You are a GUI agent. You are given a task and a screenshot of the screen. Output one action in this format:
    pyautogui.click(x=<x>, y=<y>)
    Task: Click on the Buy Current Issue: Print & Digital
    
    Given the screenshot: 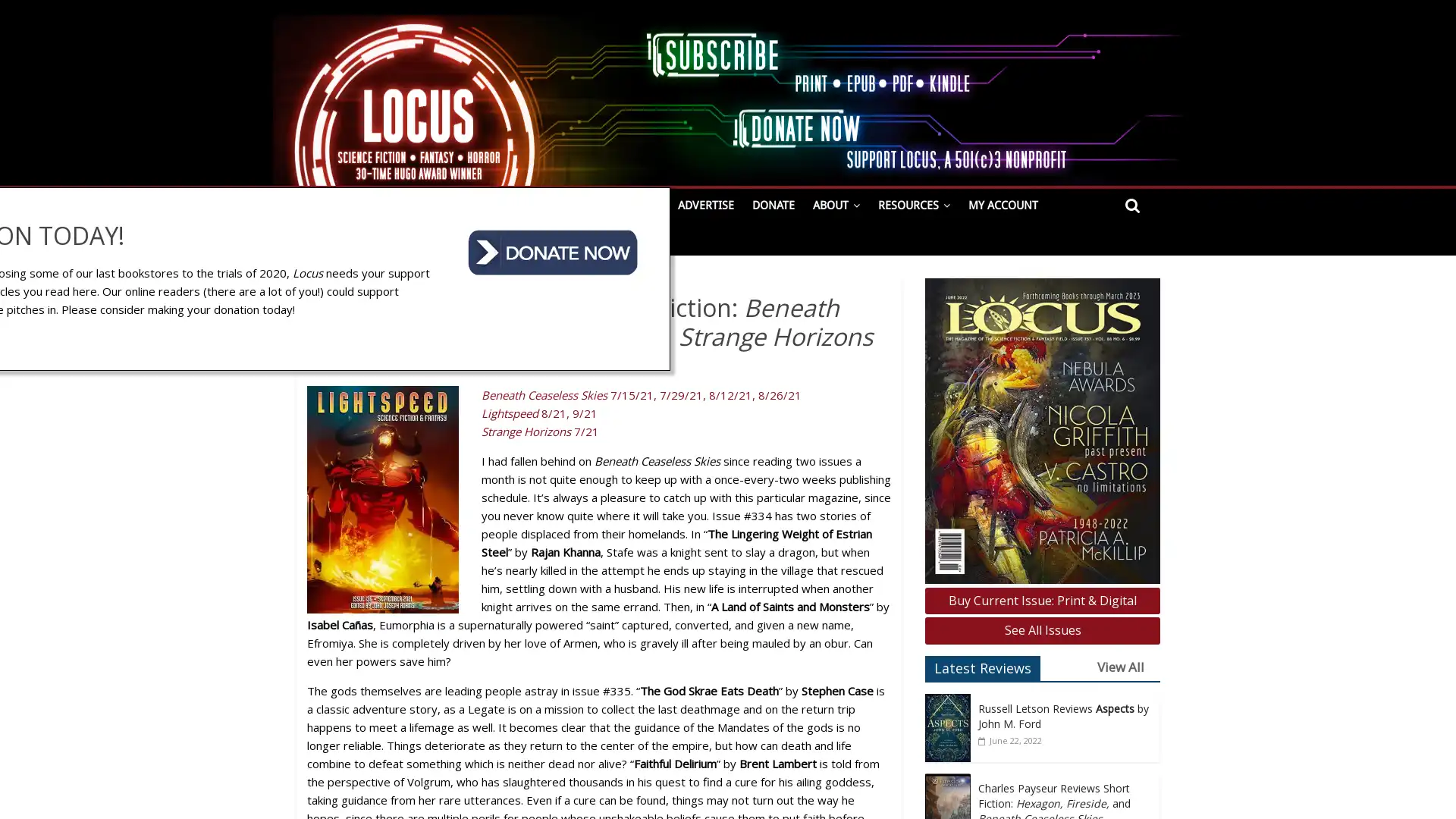 What is the action you would take?
    pyautogui.click(x=1041, y=599)
    